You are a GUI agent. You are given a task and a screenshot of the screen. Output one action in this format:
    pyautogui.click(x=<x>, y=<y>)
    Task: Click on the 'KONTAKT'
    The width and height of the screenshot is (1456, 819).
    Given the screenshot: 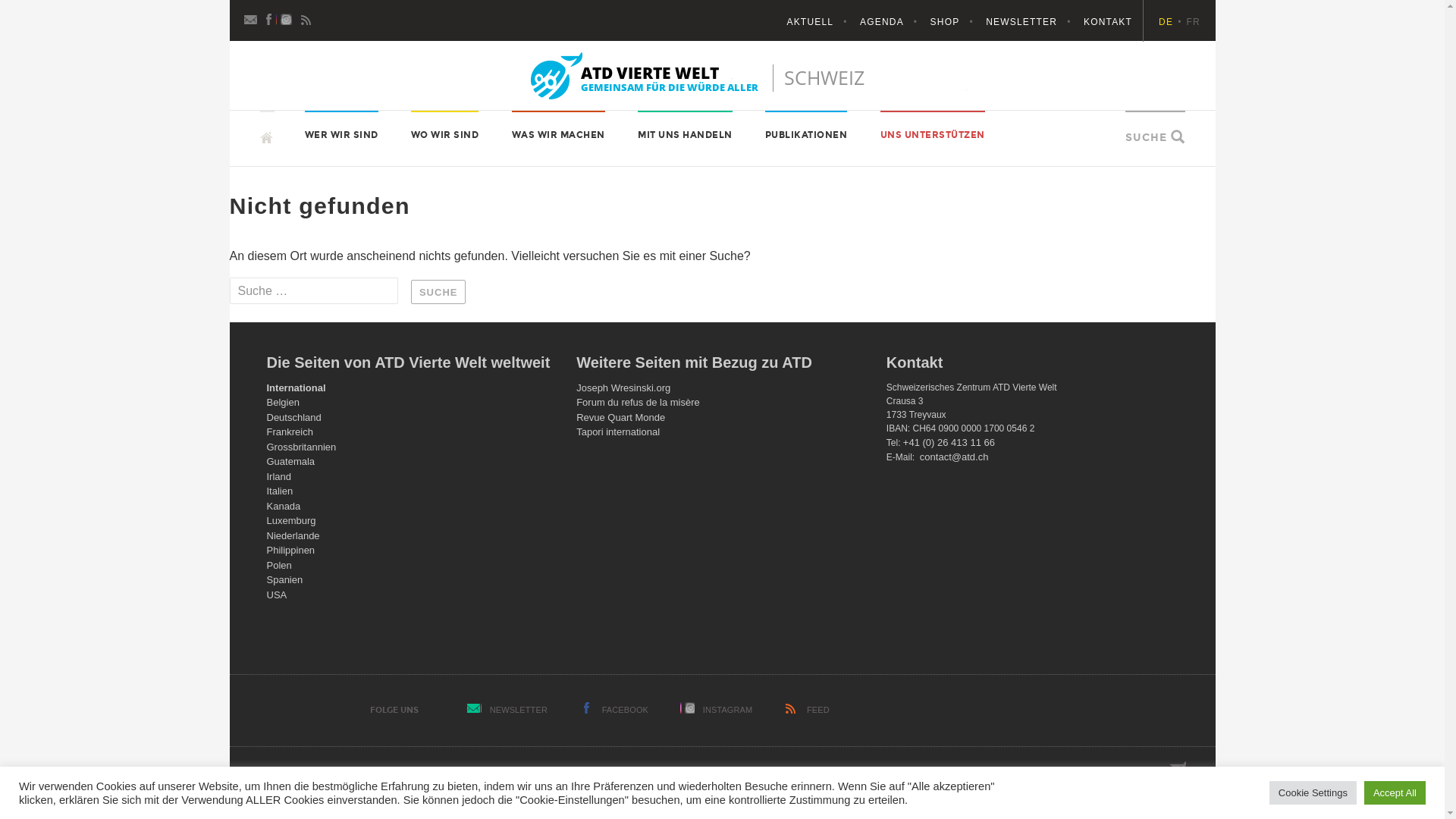 What is the action you would take?
    pyautogui.click(x=1107, y=22)
    